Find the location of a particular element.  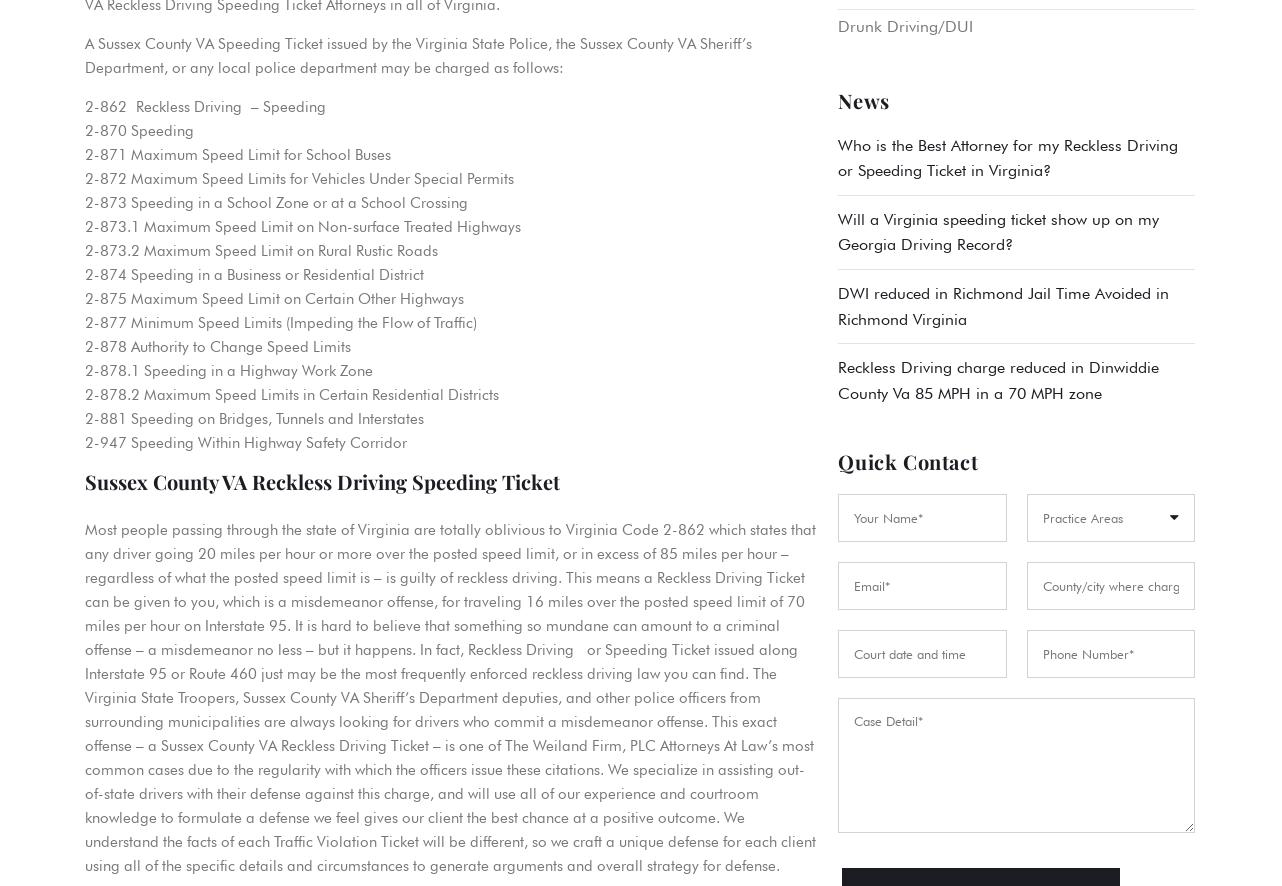

'2-873.1 Maximum Speed Limit on Non-surface Treated Highways' is located at coordinates (302, 225).